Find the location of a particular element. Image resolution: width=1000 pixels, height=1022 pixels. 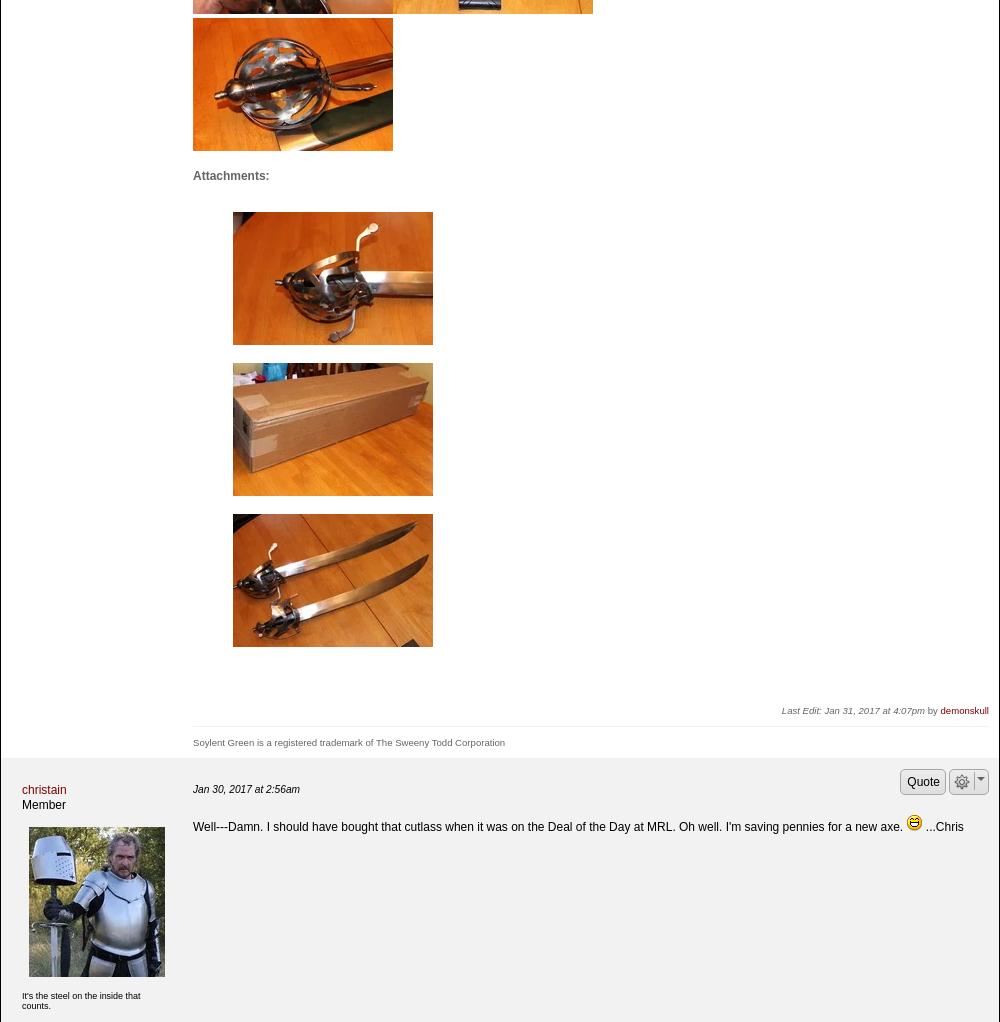

'demonskull' is located at coordinates (963, 710).